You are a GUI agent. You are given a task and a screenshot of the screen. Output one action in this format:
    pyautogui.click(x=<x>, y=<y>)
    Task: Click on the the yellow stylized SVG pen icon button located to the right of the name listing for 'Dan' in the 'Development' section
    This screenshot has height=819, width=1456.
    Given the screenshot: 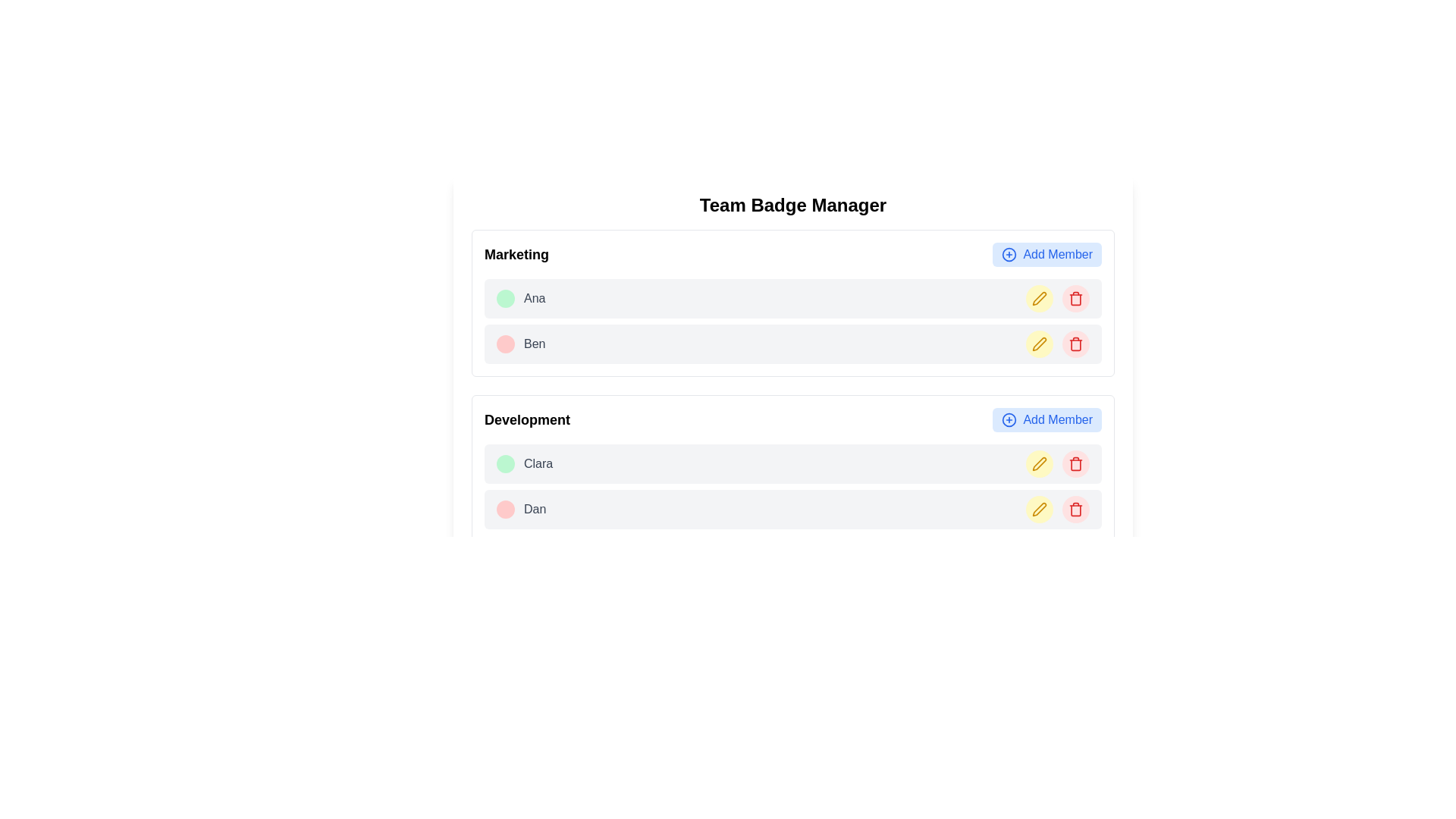 What is the action you would take?
    pyautogui.click(x=1039, y=509)
    